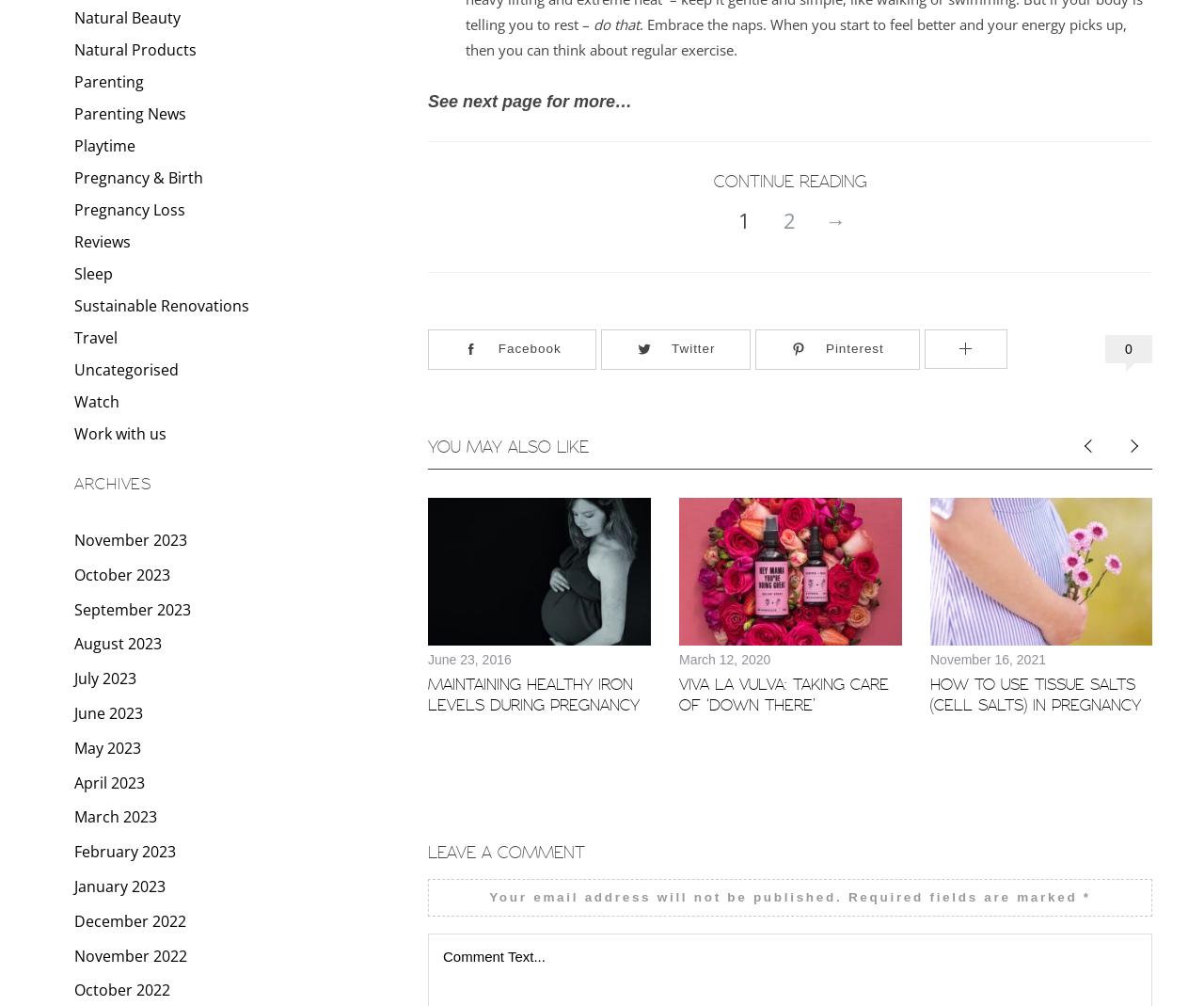 The height and width of the screenshot is (1006, 1204). I want to click on 'Natural Beauty', so click(126, 17).